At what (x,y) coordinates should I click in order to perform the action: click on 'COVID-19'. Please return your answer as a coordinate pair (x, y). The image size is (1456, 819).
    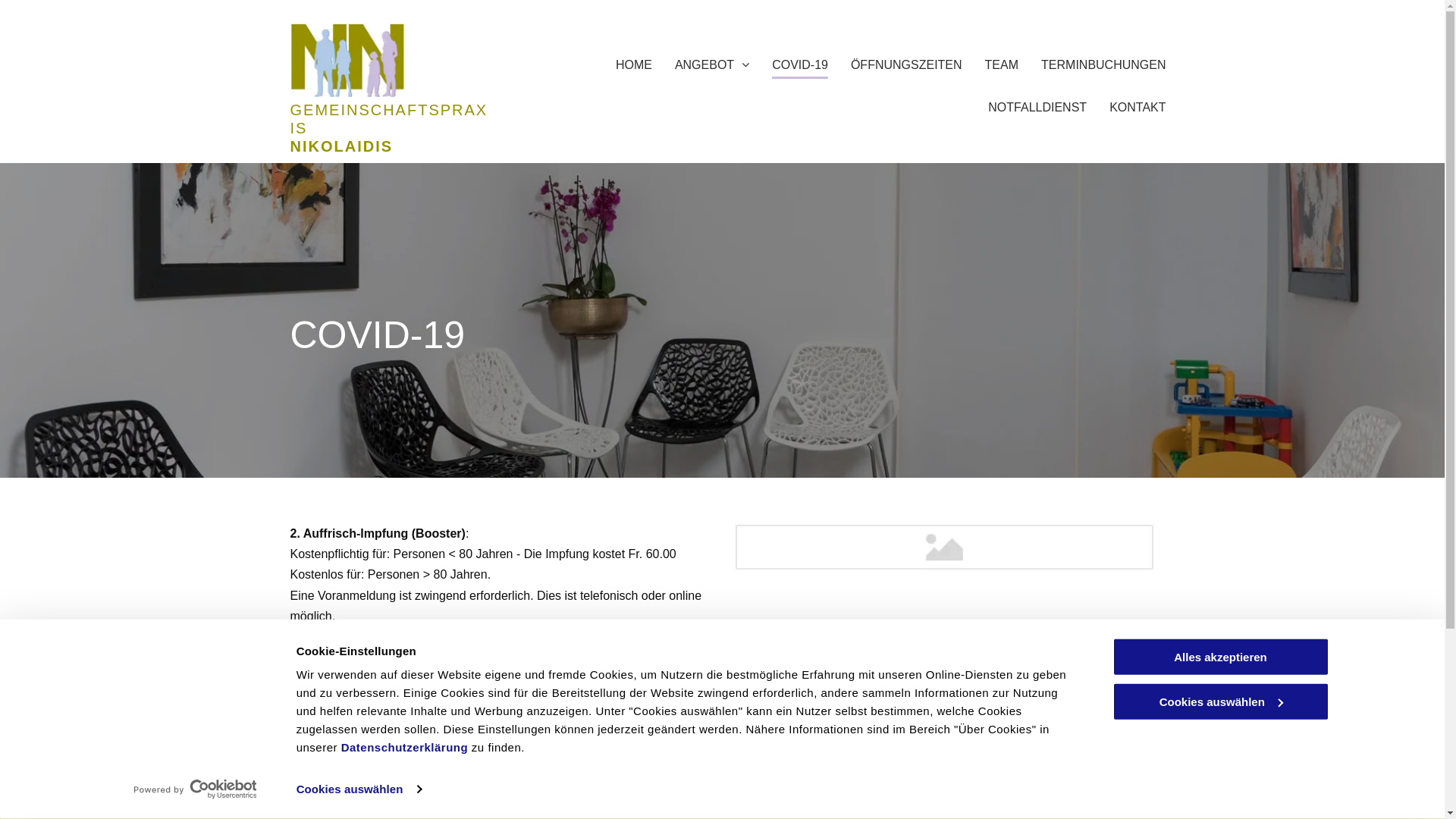
    Looking at the image, I should click on (799, 61).